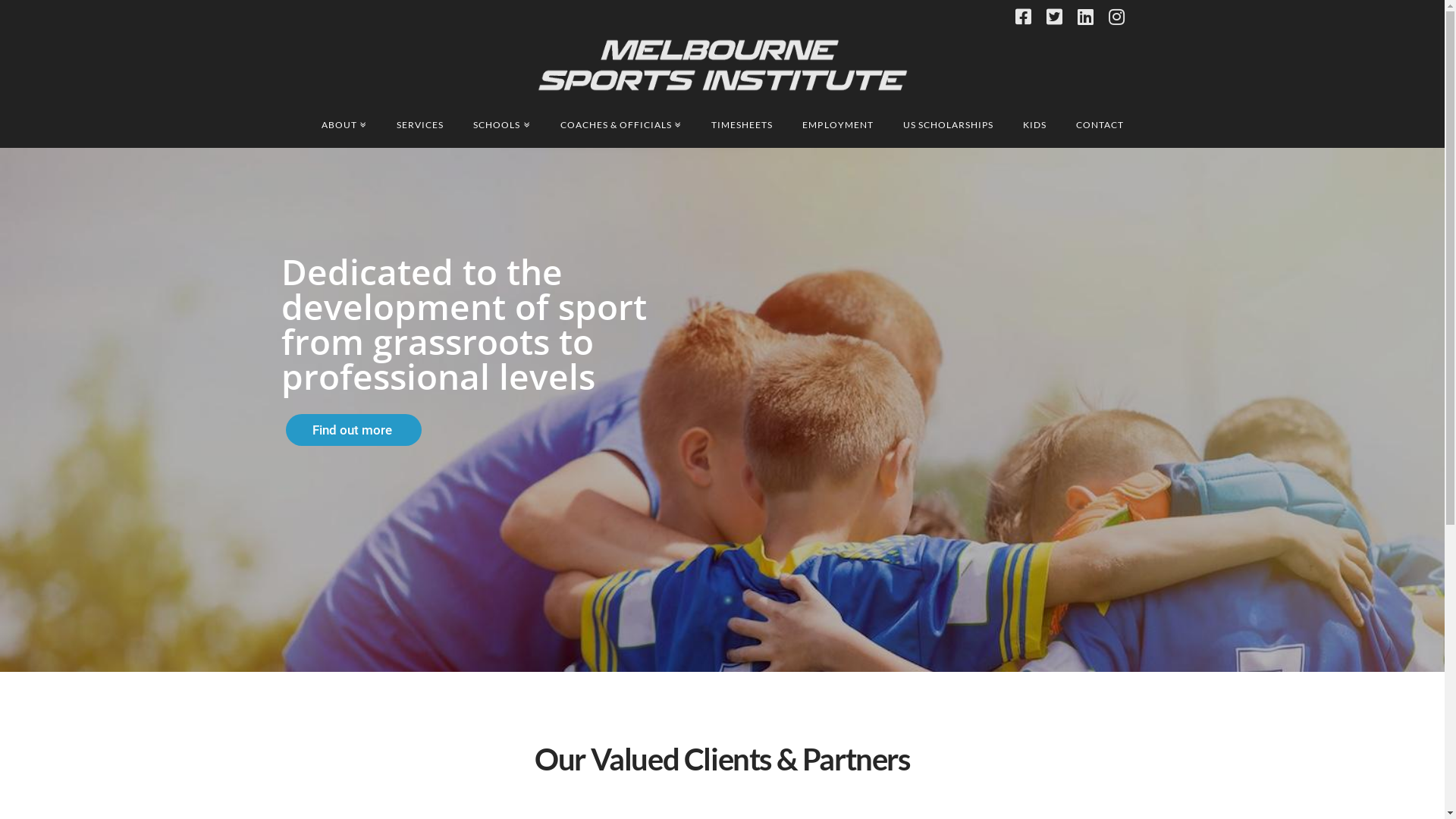  I want to click on 'ABOUT', so click(343, 124).